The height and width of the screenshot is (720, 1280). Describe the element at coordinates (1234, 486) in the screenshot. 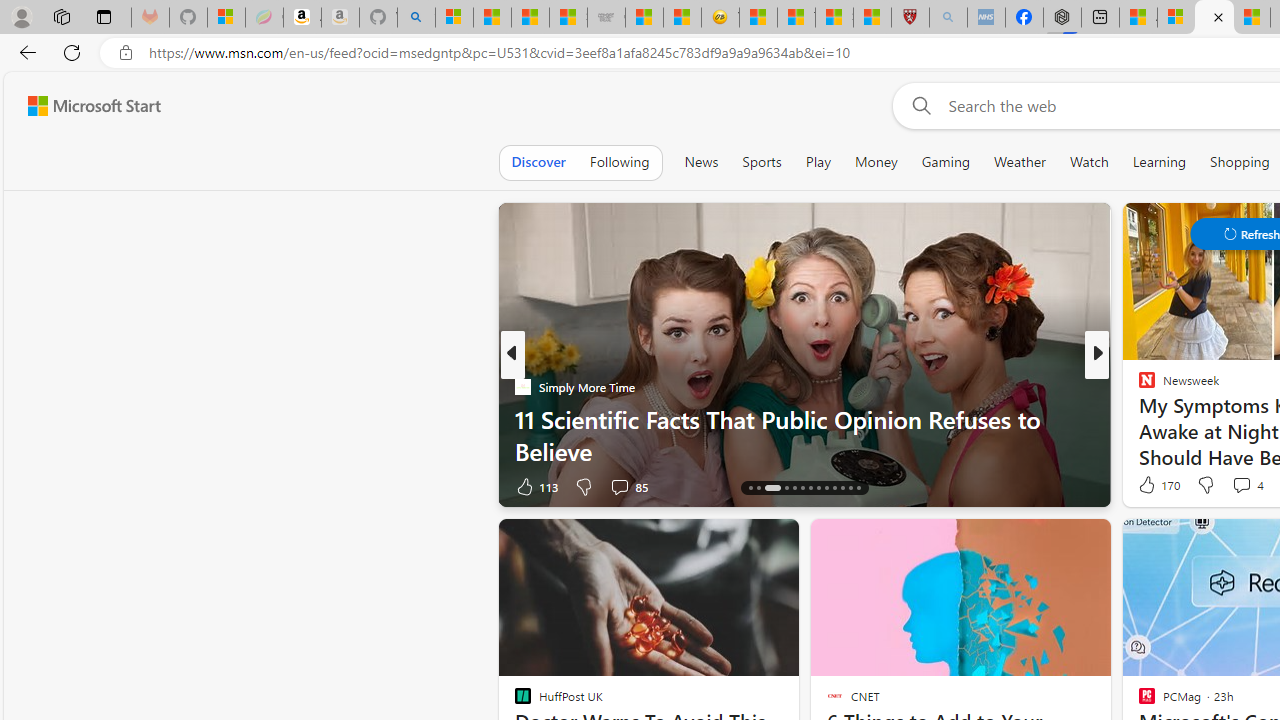

I see `'View comments 18 Comment'` at that location.